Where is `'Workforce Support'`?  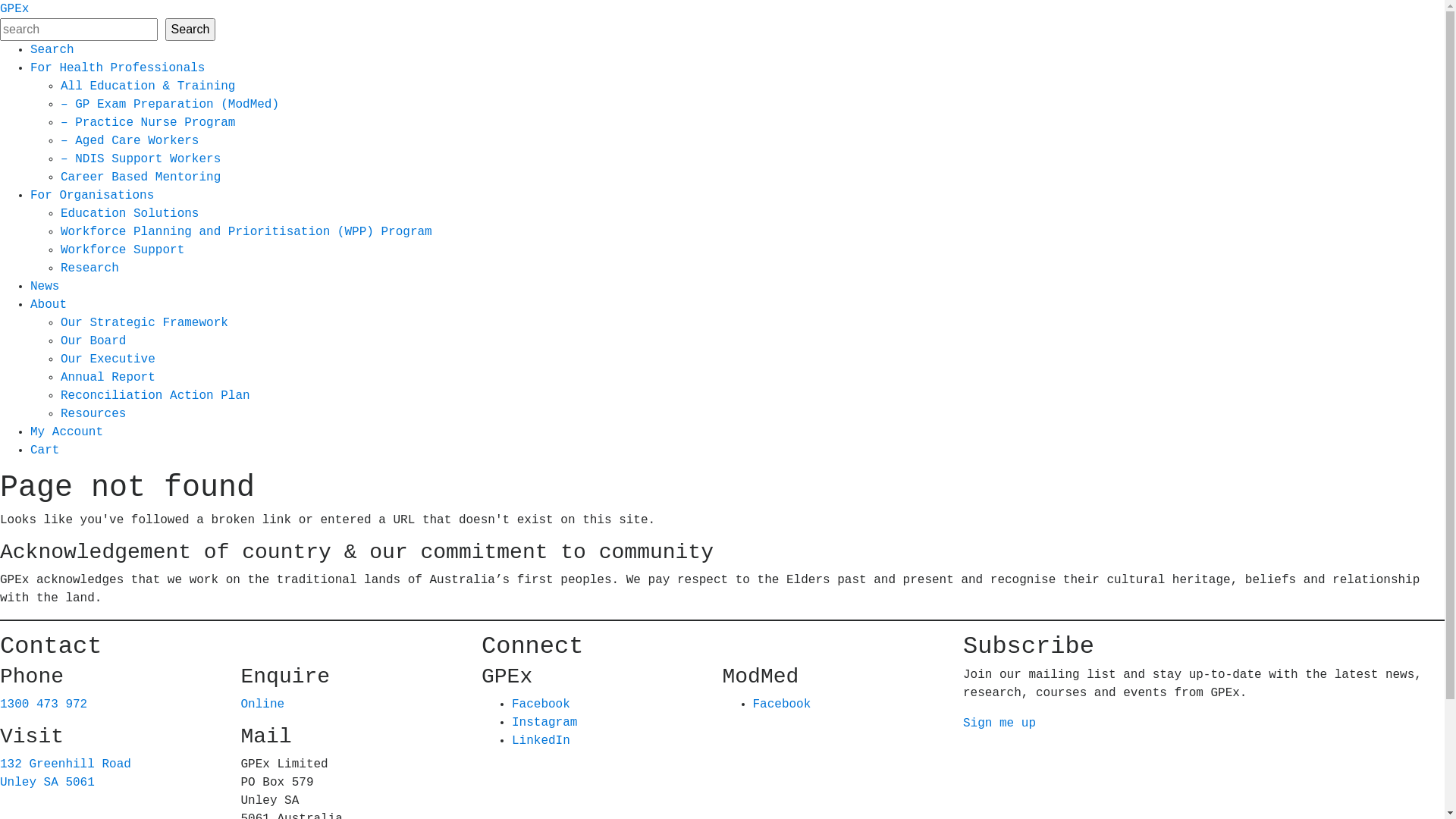
'Workforce Support' is located at coordinates (122, 249).